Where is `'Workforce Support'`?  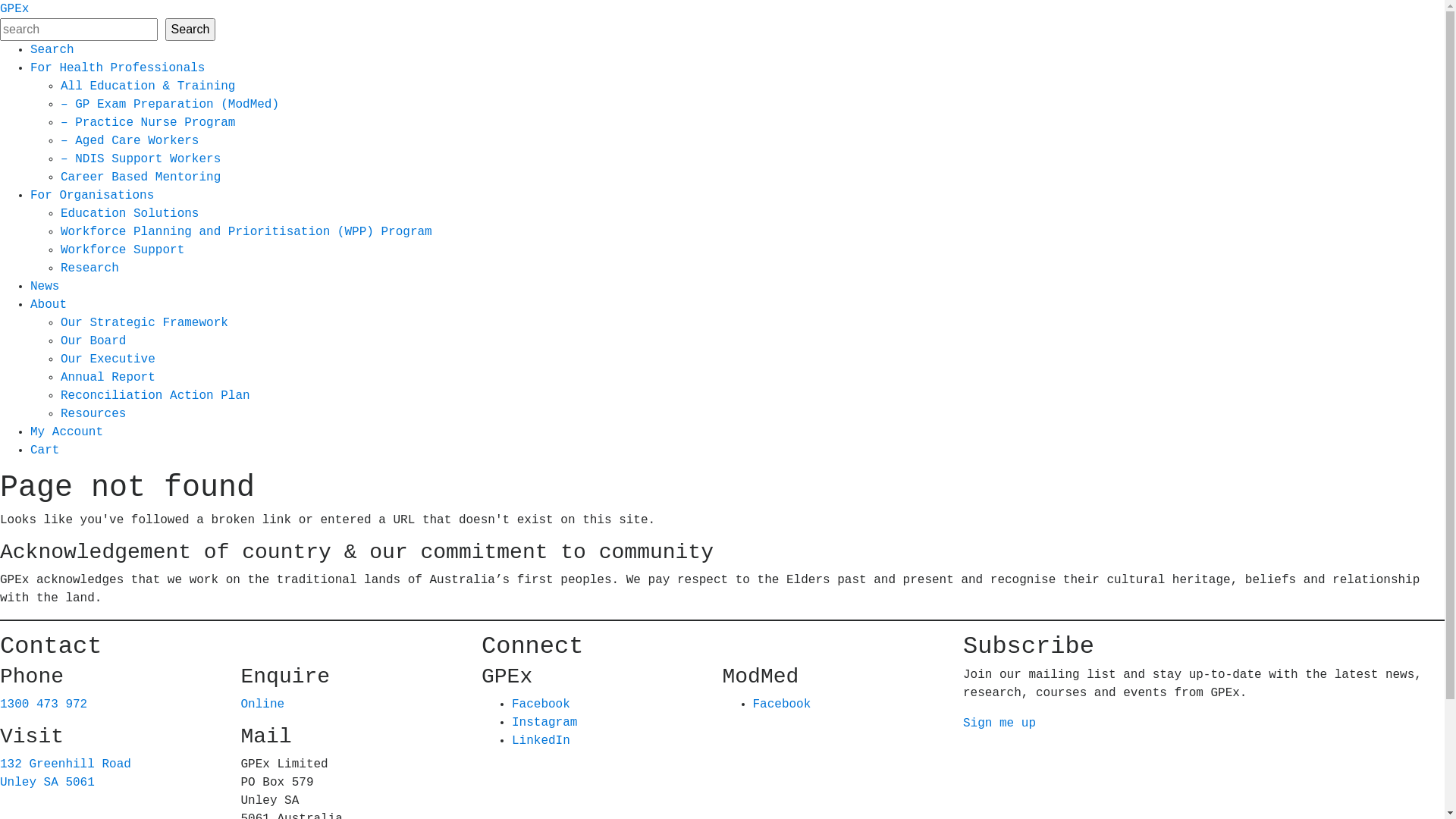
'Workforce Support' is located at coordinates (122, 249).